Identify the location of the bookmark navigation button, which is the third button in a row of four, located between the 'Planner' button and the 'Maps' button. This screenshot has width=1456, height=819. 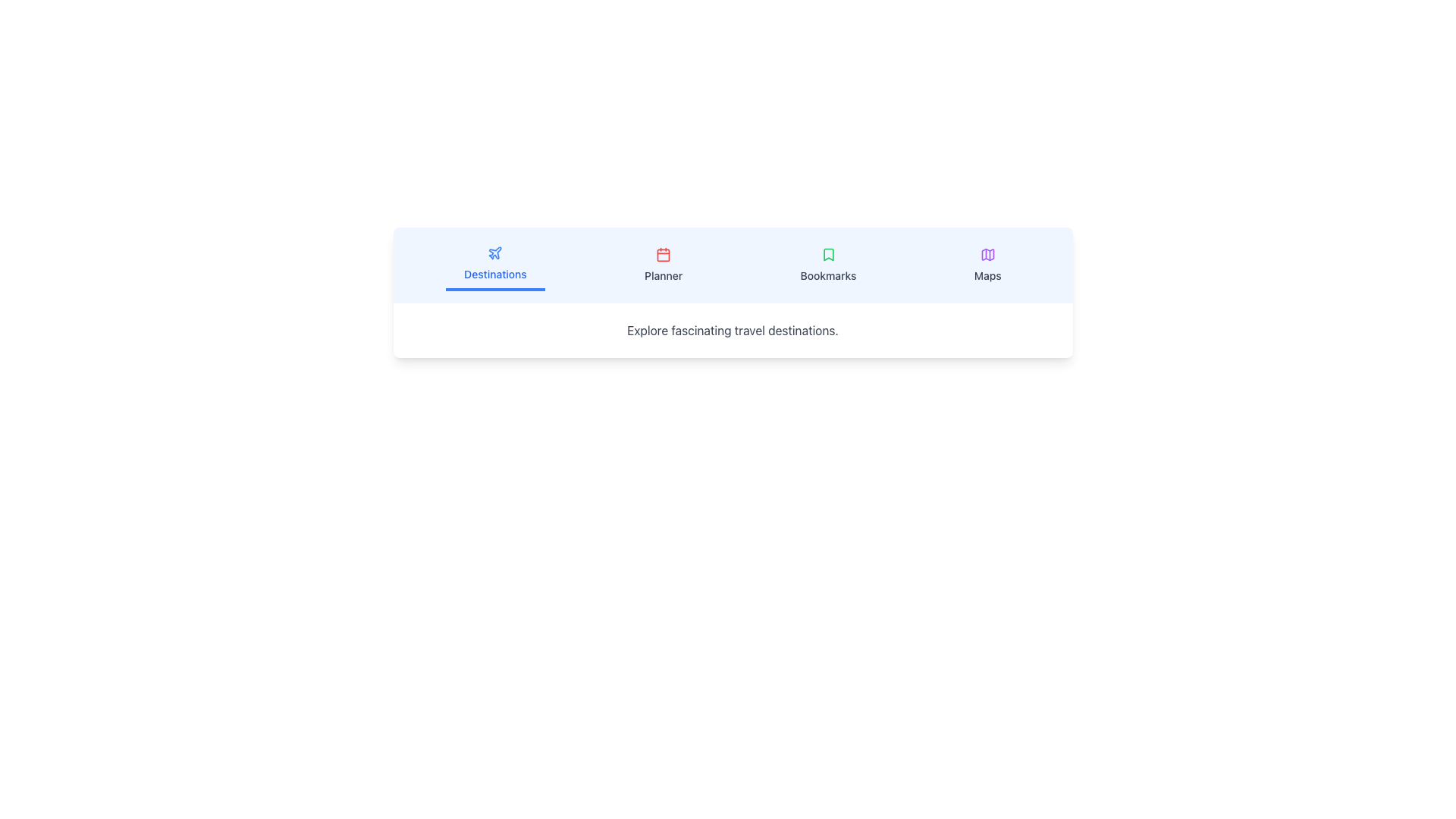
(827, 265).